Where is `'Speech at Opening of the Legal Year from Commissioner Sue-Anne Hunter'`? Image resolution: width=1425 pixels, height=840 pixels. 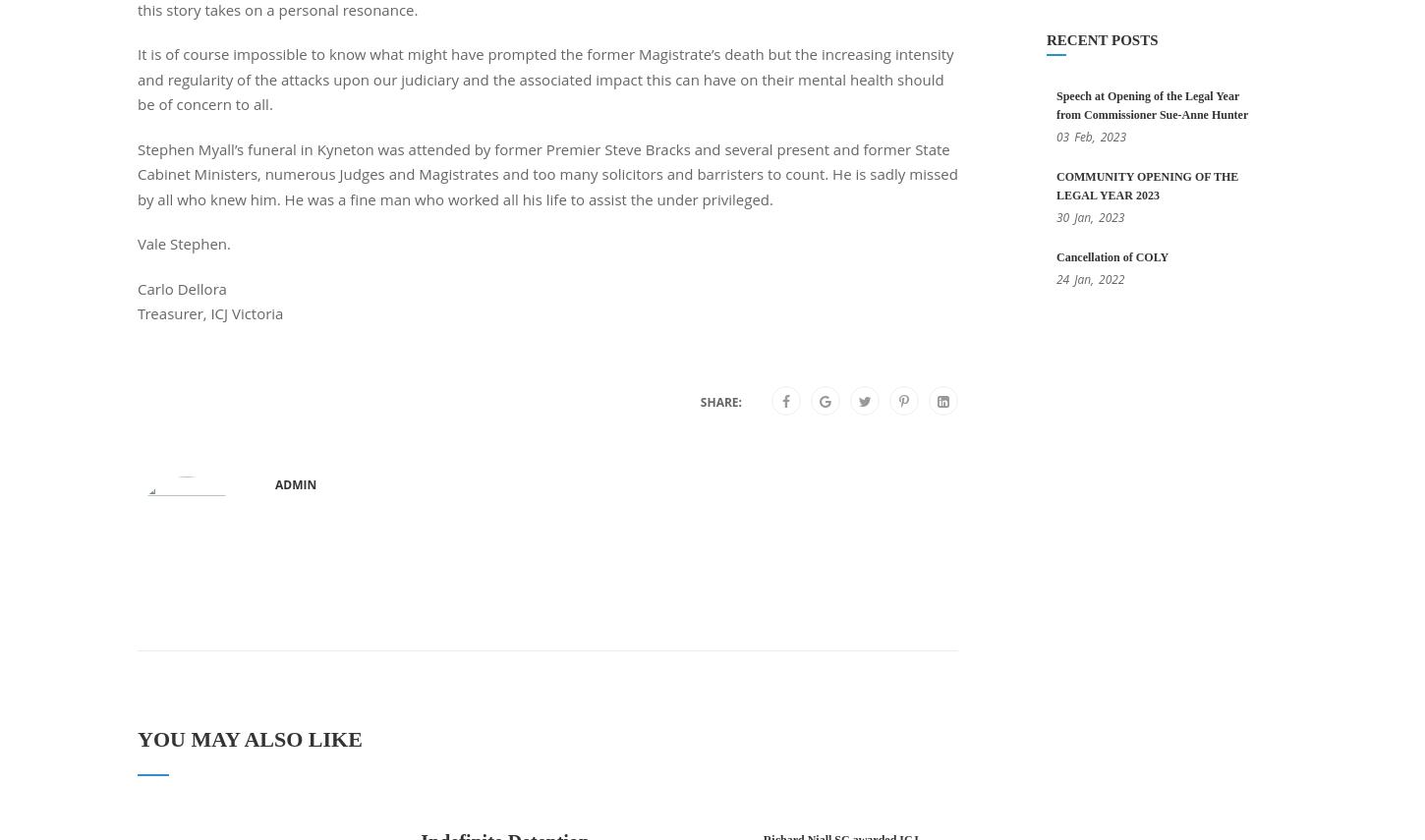 'Speech at Opening of the Legal Year from Commissioner Sue-Anne Hunter' is located at coordinates (1151, 104).